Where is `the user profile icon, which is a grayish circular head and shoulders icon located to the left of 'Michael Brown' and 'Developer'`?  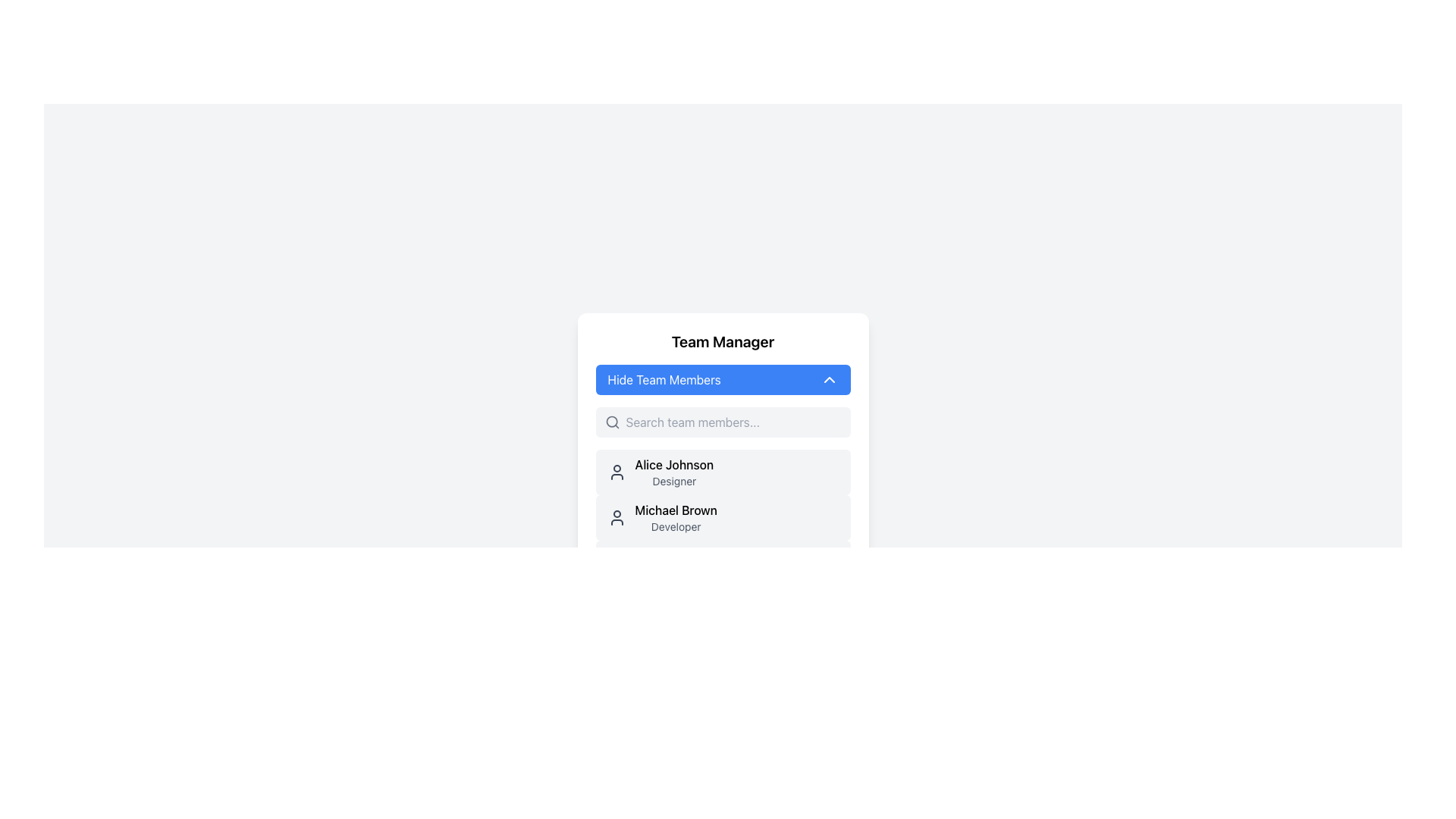 the user profile icon, which is a grayish circular head and shoulders icon located to the left of 'Michael Brown' and 'Developer' is located at coordinates (617, 516).